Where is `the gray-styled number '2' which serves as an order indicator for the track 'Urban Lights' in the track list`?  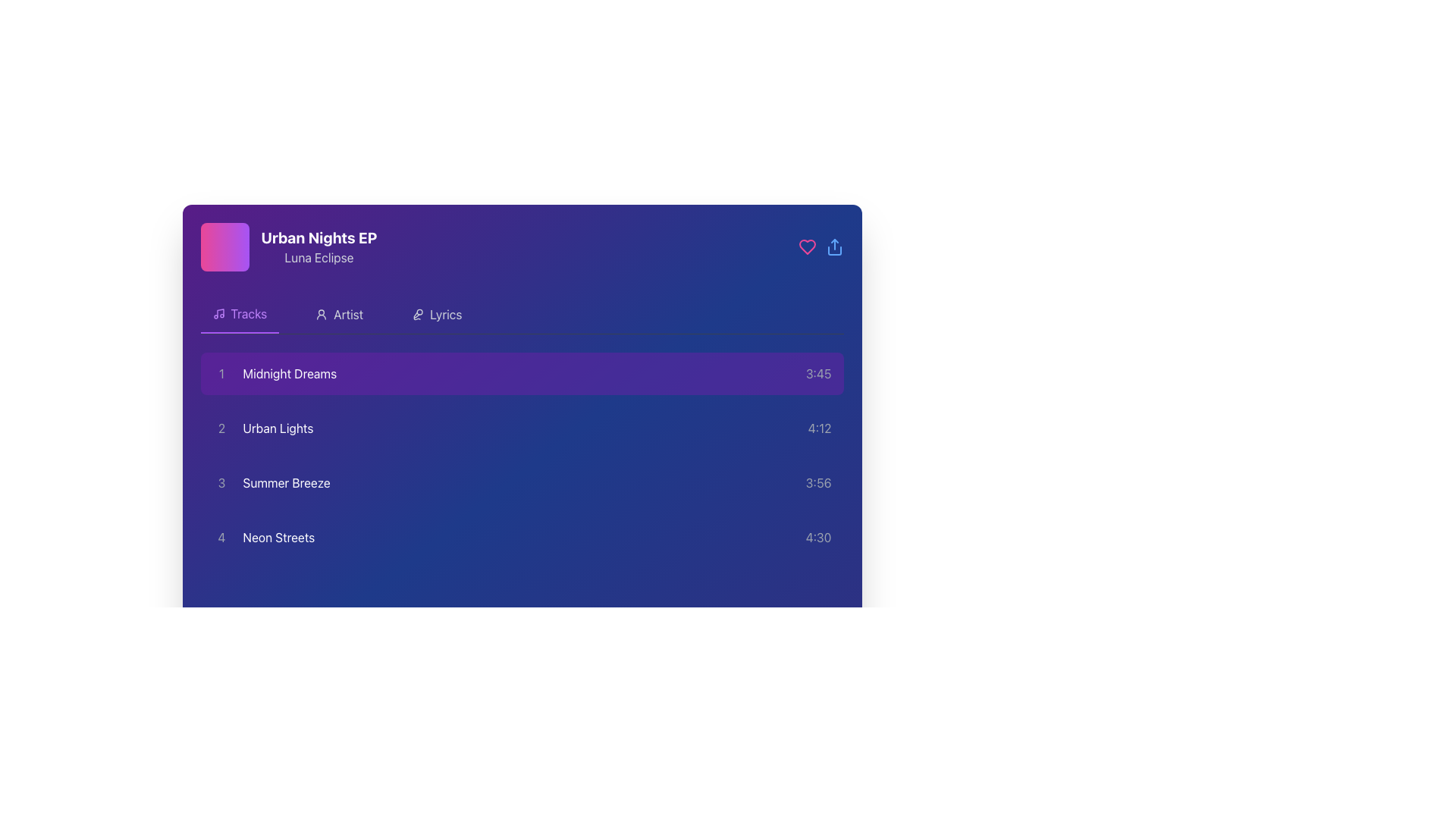
the gray-styled number '2' which serves as an order indicator for the track 'Urban Lights' in the track list is located at coordinates (221, 428).